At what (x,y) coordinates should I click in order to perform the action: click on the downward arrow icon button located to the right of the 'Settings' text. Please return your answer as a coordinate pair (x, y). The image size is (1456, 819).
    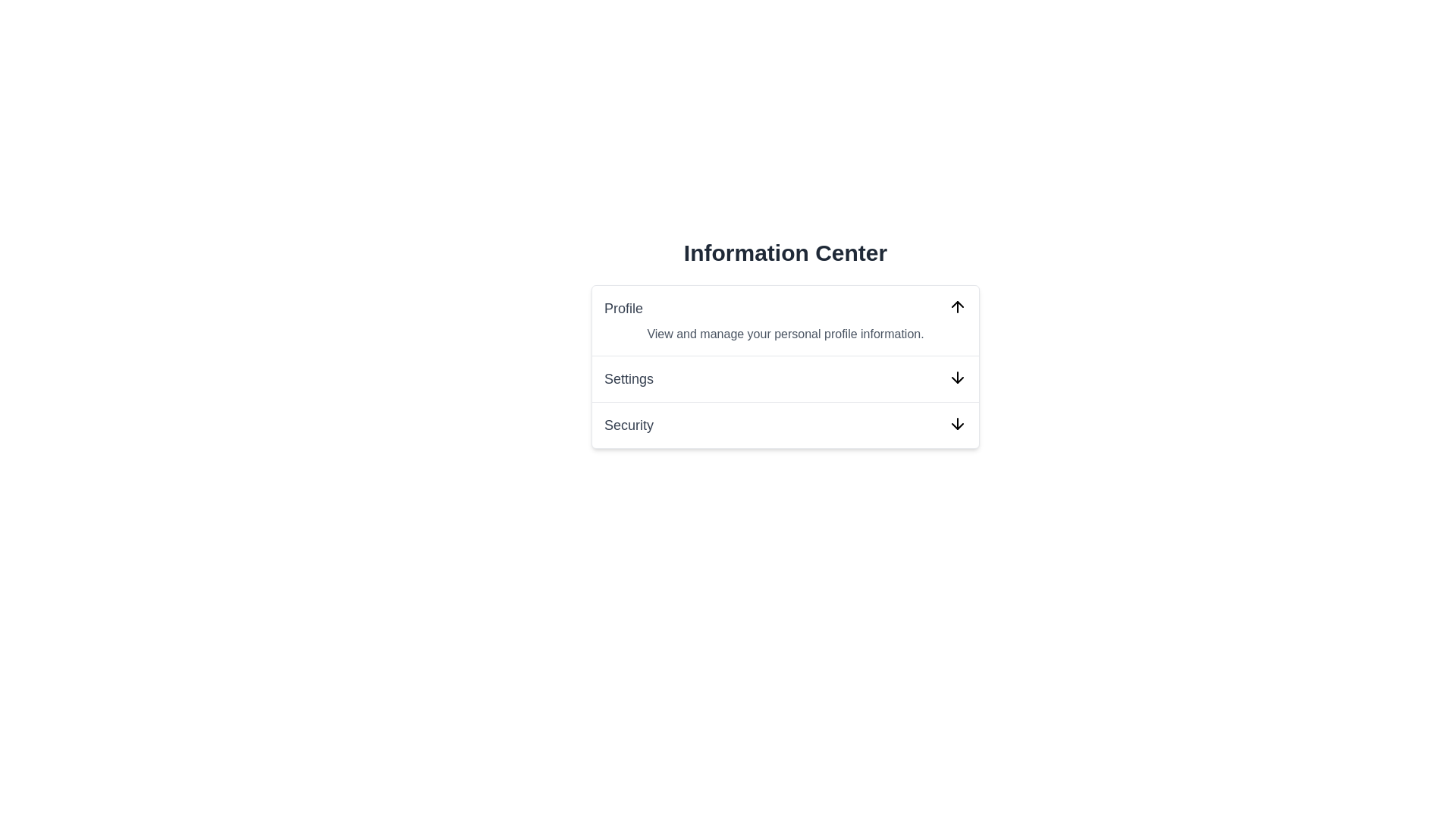
    Looking at the image, I should click on (956, 376).